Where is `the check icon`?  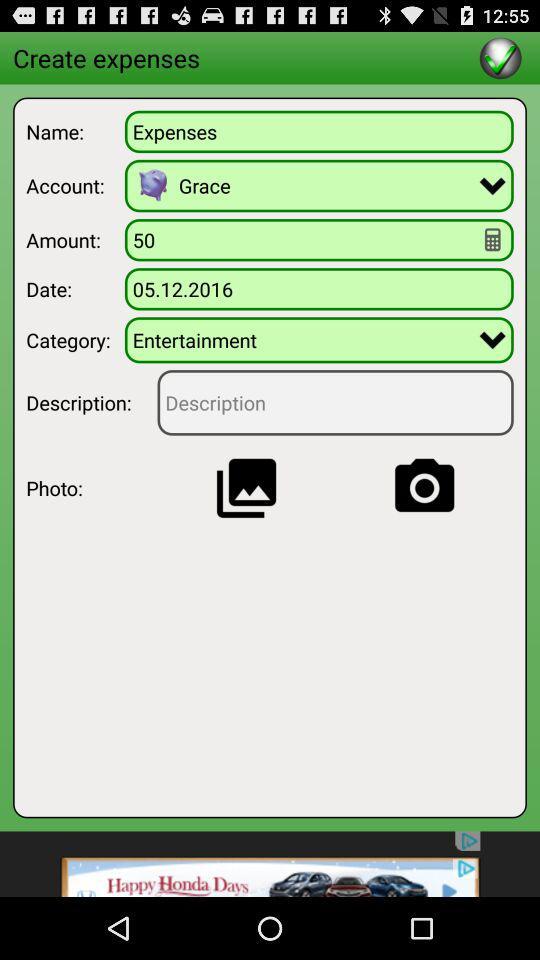 the check icon is located at coordinates (499, 61).